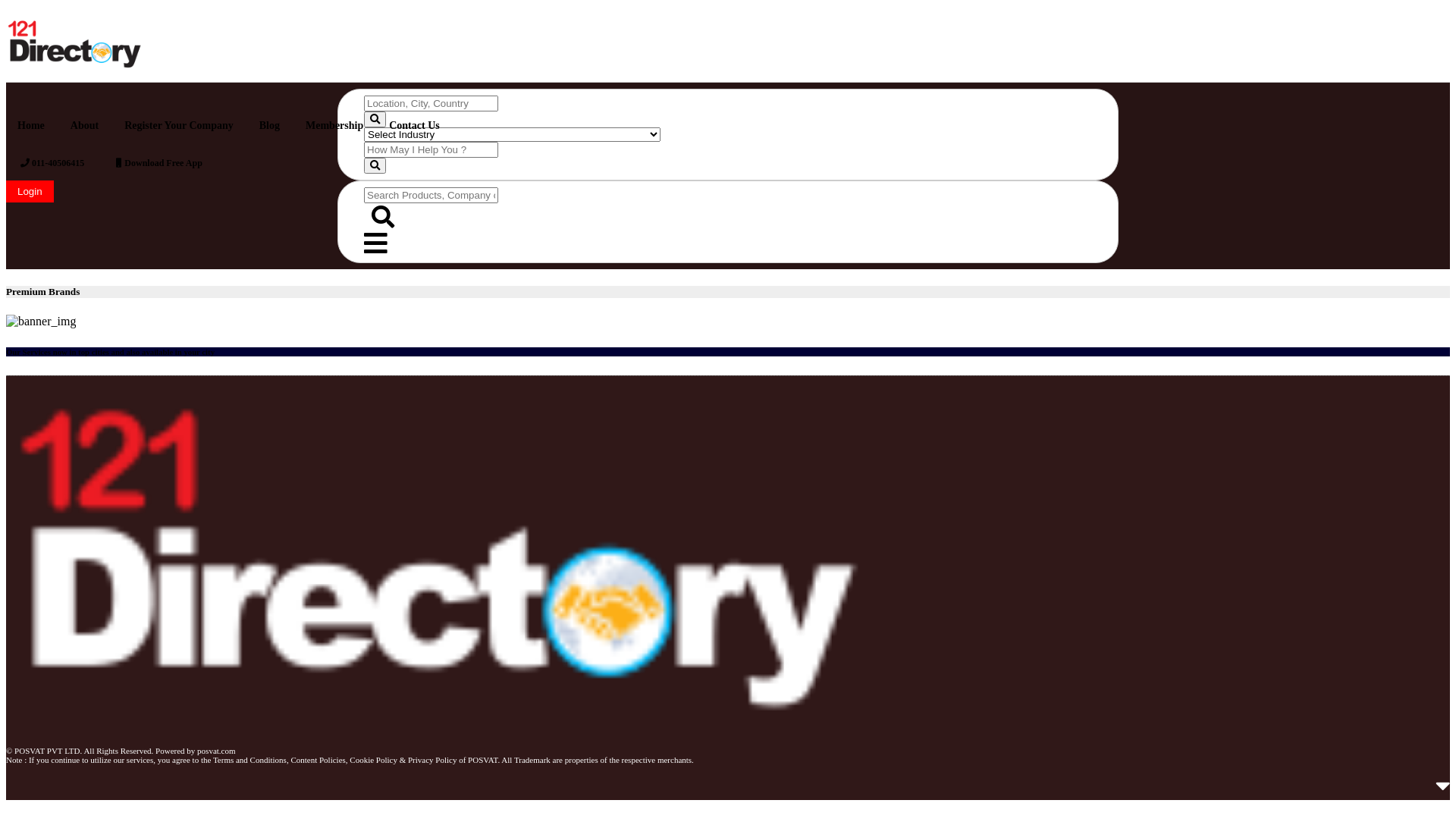 This screenshot has height=819, width=1456. I want to click on 'posvat.com', so click(196, 751).